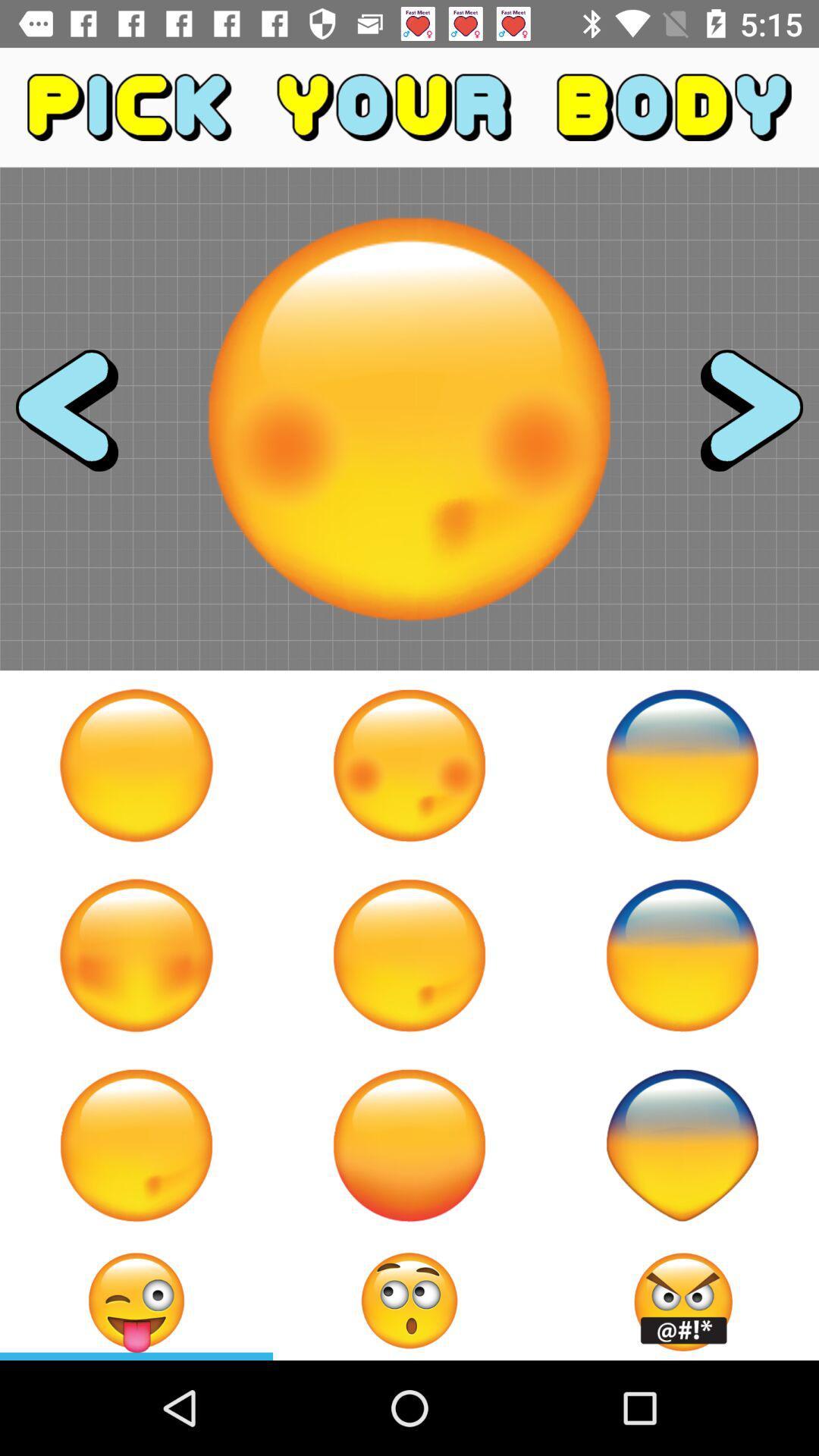 The width and height of the screenshot is (819, 1456). Describe the element at coordinates (737, 419) in the screenshot. I see `the next button` at that location.